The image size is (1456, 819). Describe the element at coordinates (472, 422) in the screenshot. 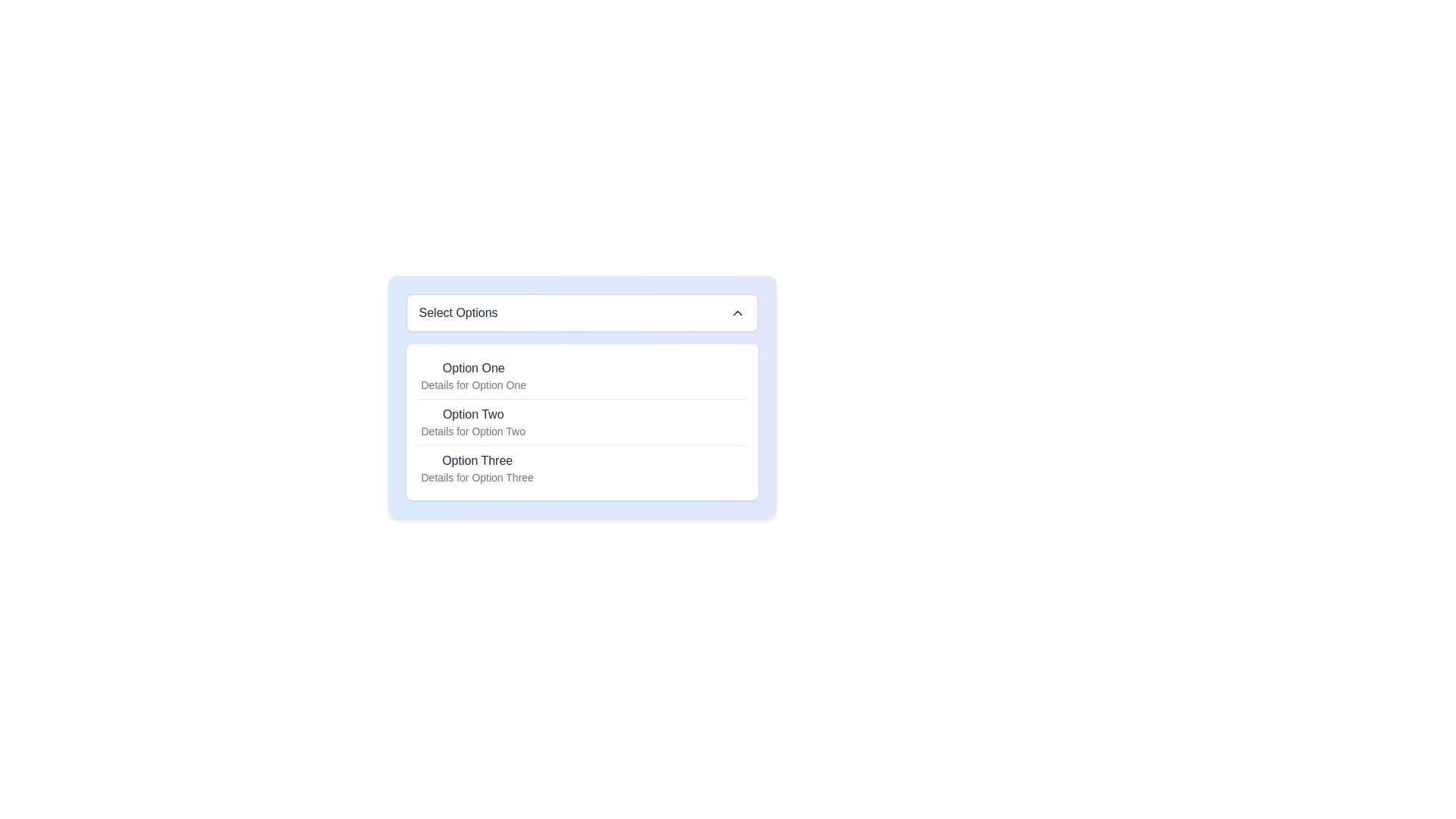

I see `the dropdown menu item labeled 'Option Two', which is the second entry in a vertically arranged list within the dropdown interface` at that location.